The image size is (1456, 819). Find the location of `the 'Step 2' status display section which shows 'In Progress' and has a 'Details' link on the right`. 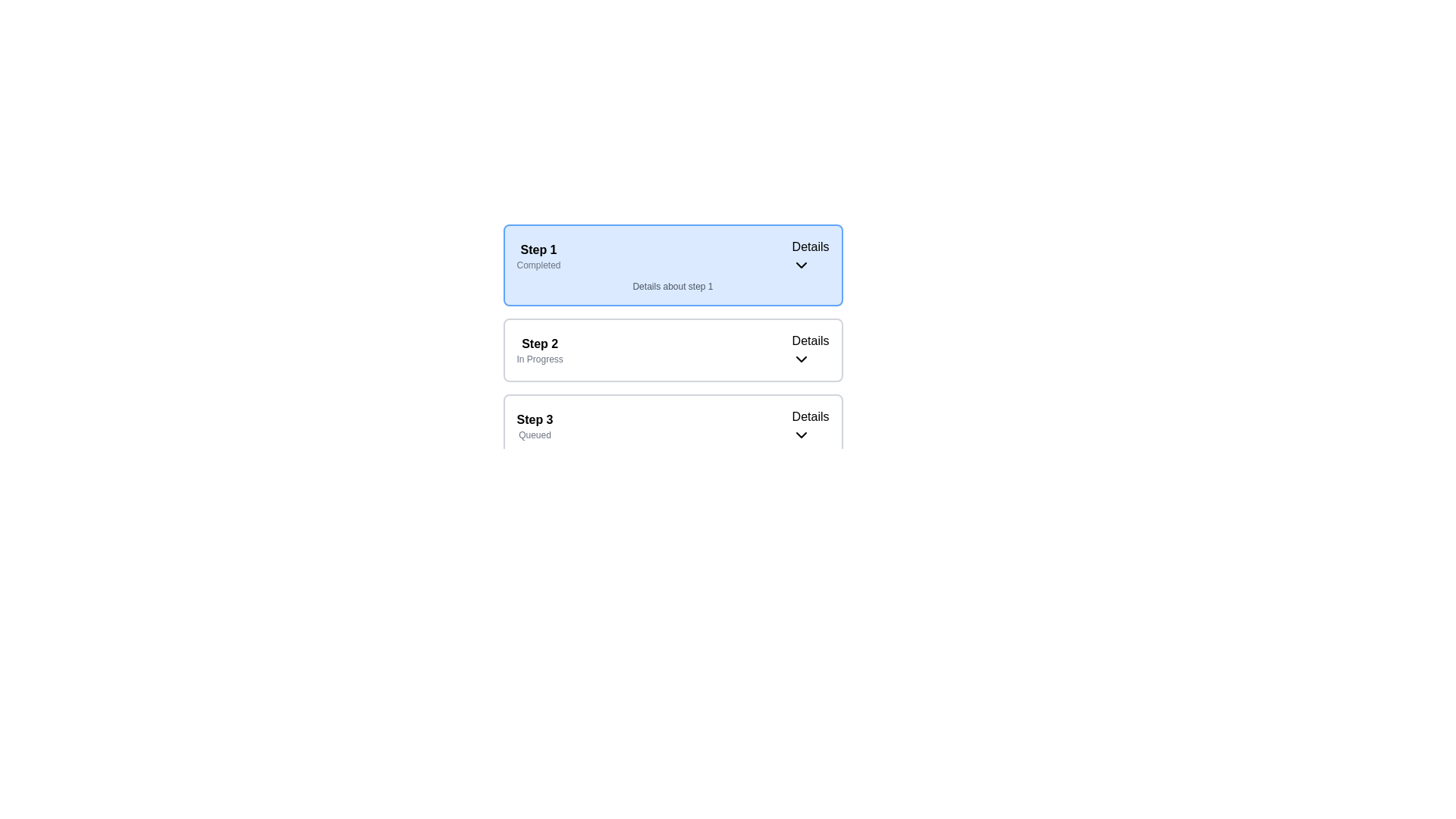

the 'Step 2' status display section which shows 'In Progress' and has a 'Details' link on the right is located at coordinates (672, 350).